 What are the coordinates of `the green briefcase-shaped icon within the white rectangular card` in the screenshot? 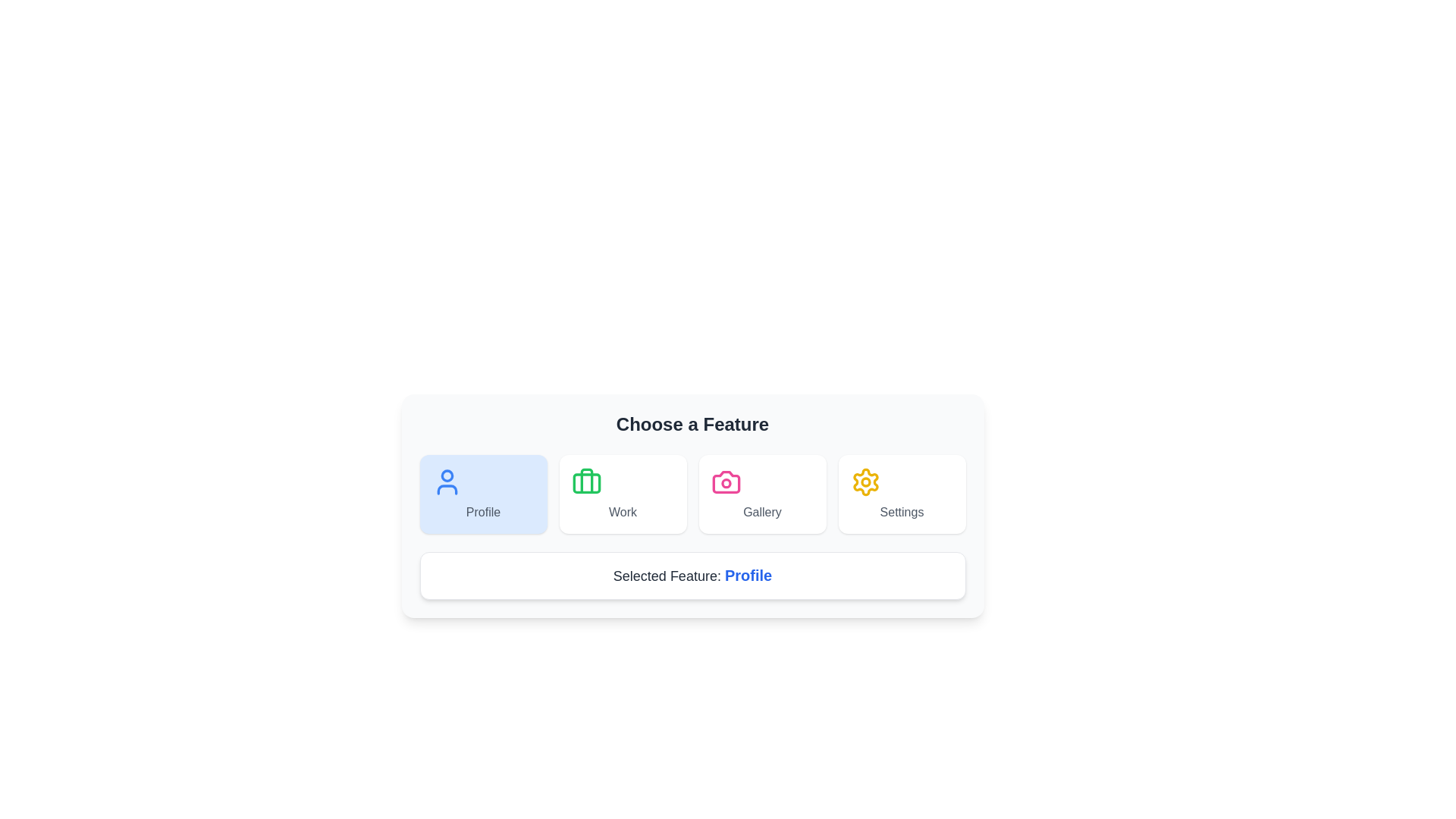 It's located at (585, 482).